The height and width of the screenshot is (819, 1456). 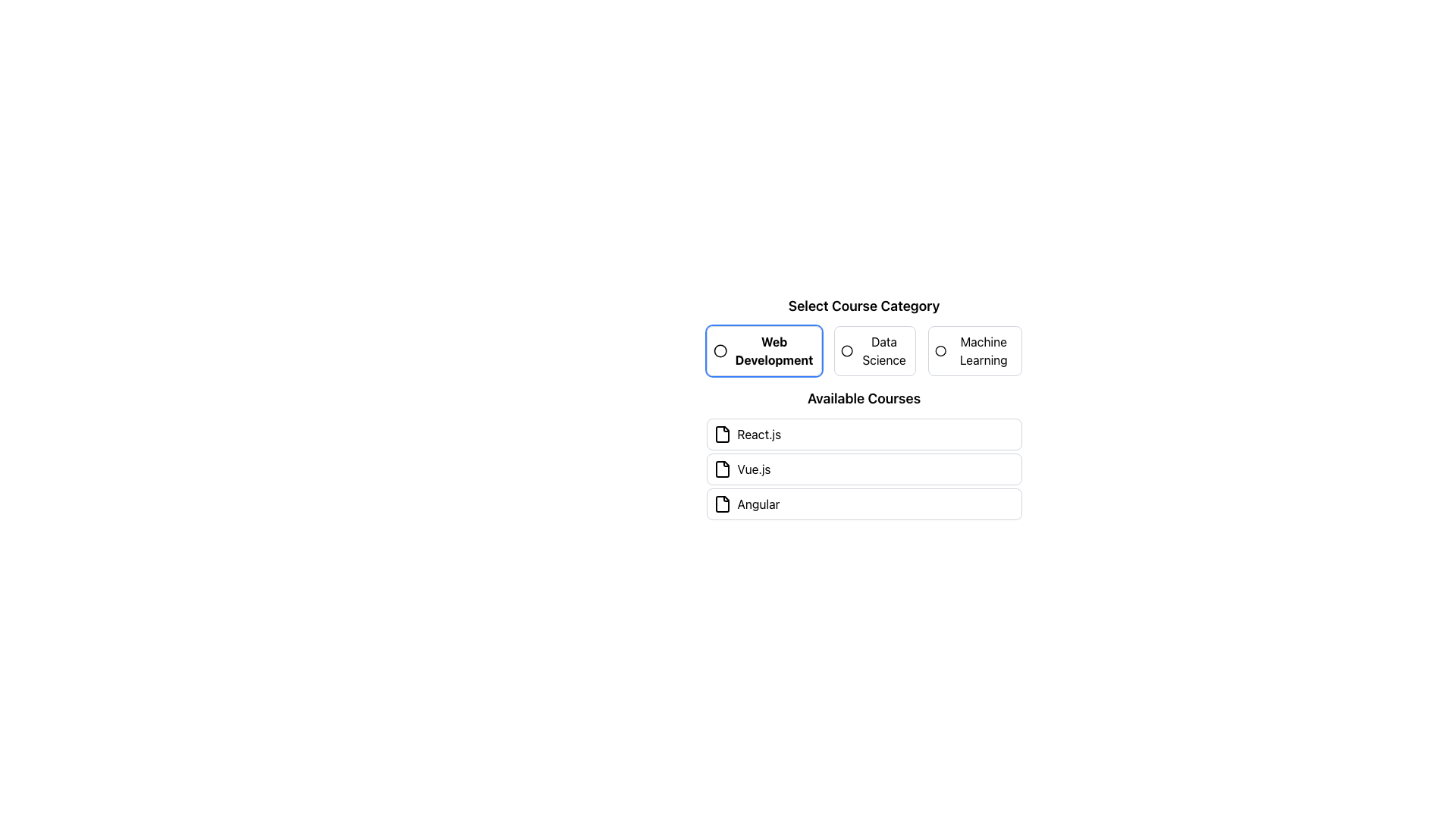 What do you see at coordinates (719, 350) in the screenshot?
I see `the 'Web Development' button which contains the icon representing the category 'Web Development'` at bounding box center [719, 350].